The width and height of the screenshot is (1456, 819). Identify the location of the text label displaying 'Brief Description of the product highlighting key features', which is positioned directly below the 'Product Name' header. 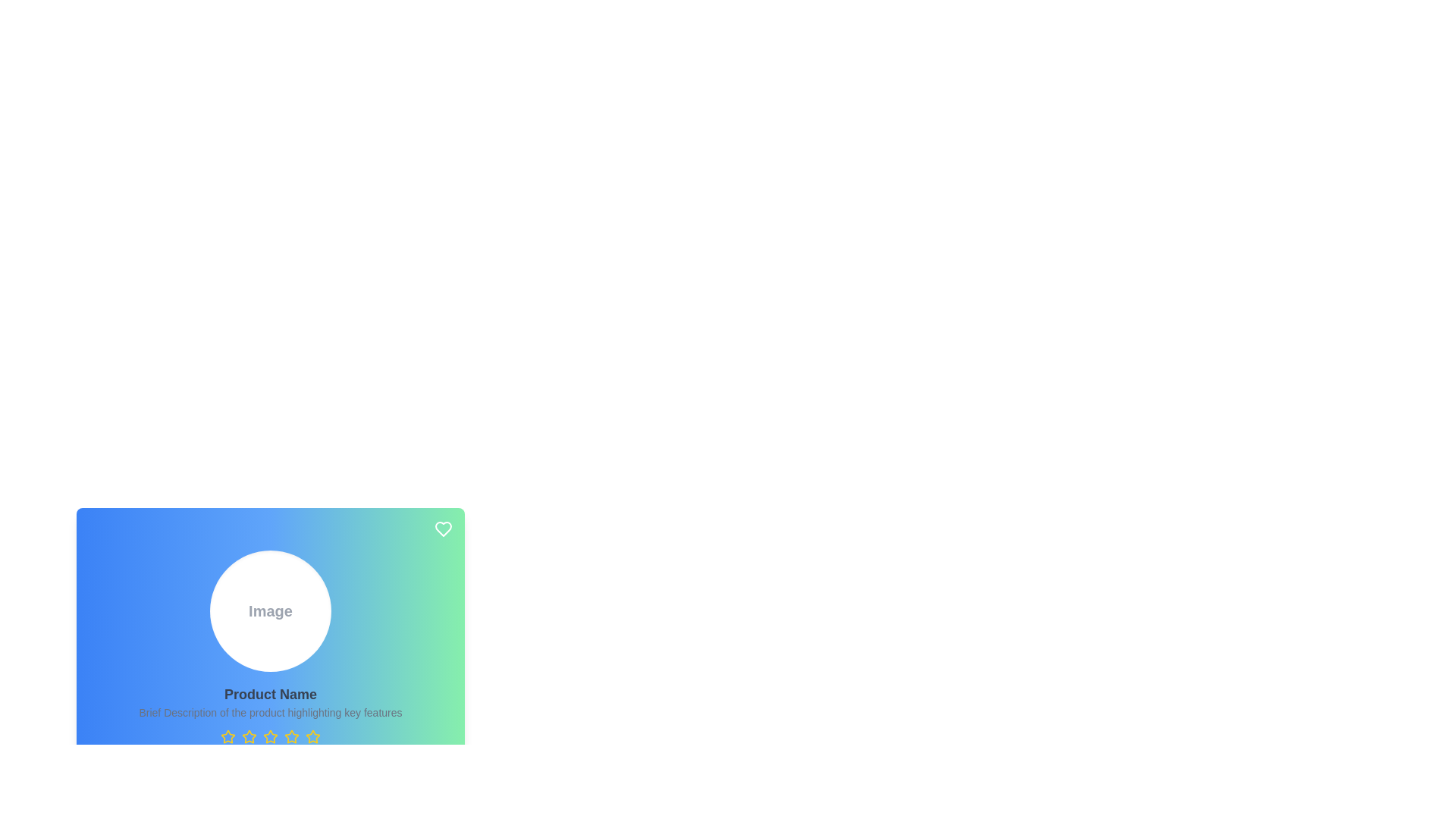
(270, 713).